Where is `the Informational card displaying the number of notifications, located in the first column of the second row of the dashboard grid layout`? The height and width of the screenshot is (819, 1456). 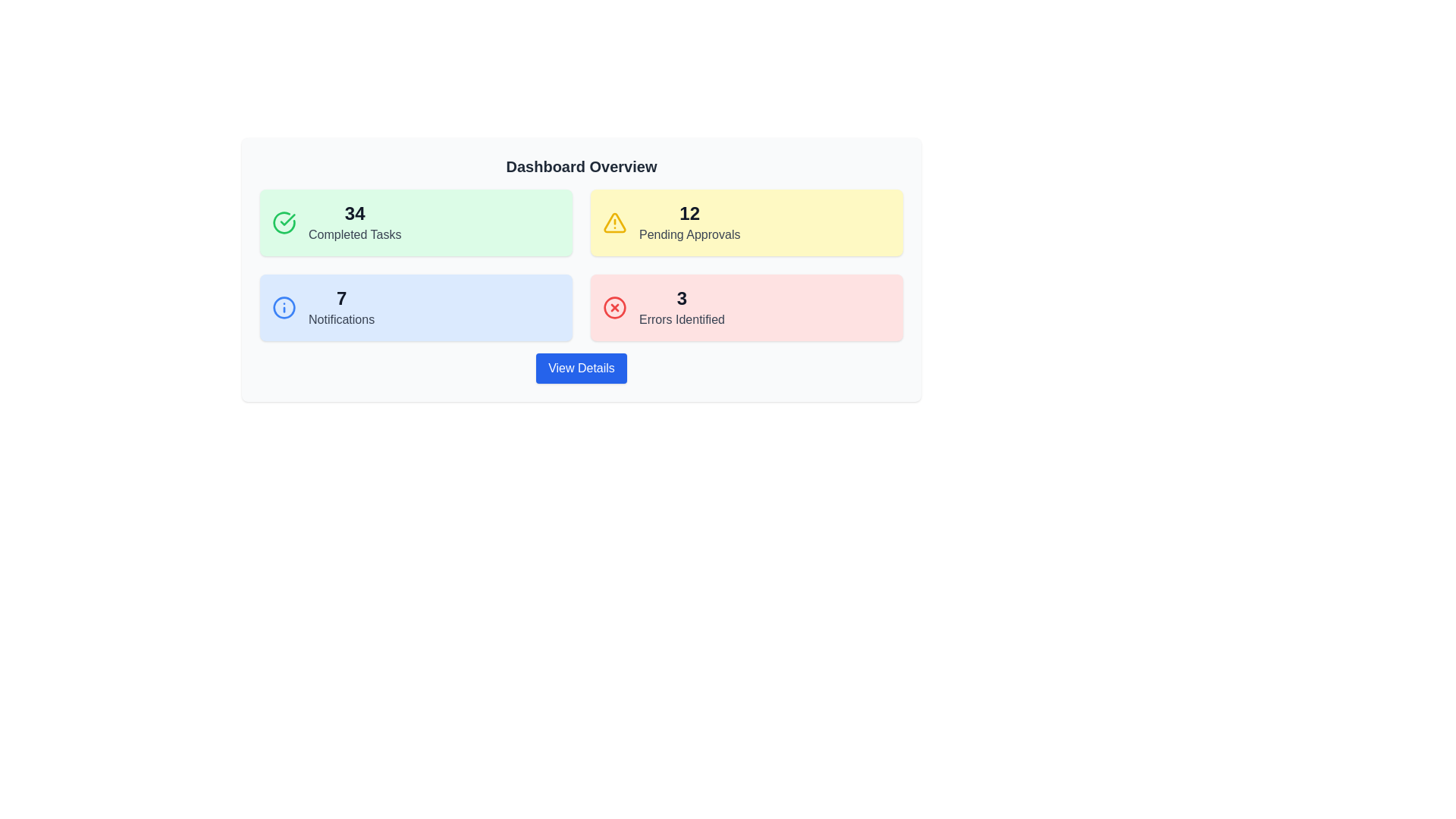 the Informational card displaying the number of notifications, located in the first column of the second row of the dashboard grid layout is located at coordinates (416, 307).